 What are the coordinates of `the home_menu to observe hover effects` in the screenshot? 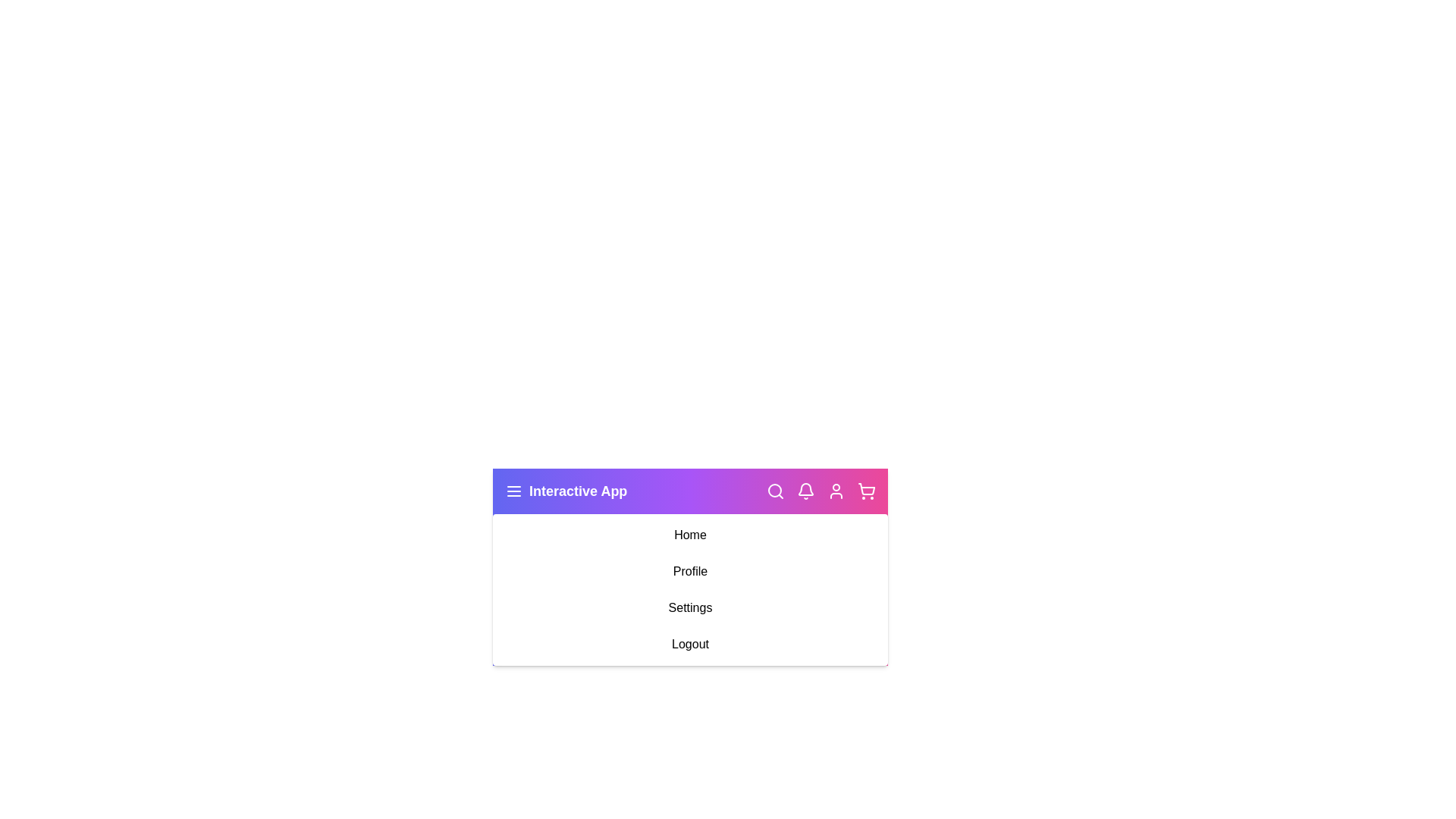 It's located at (689, 534).